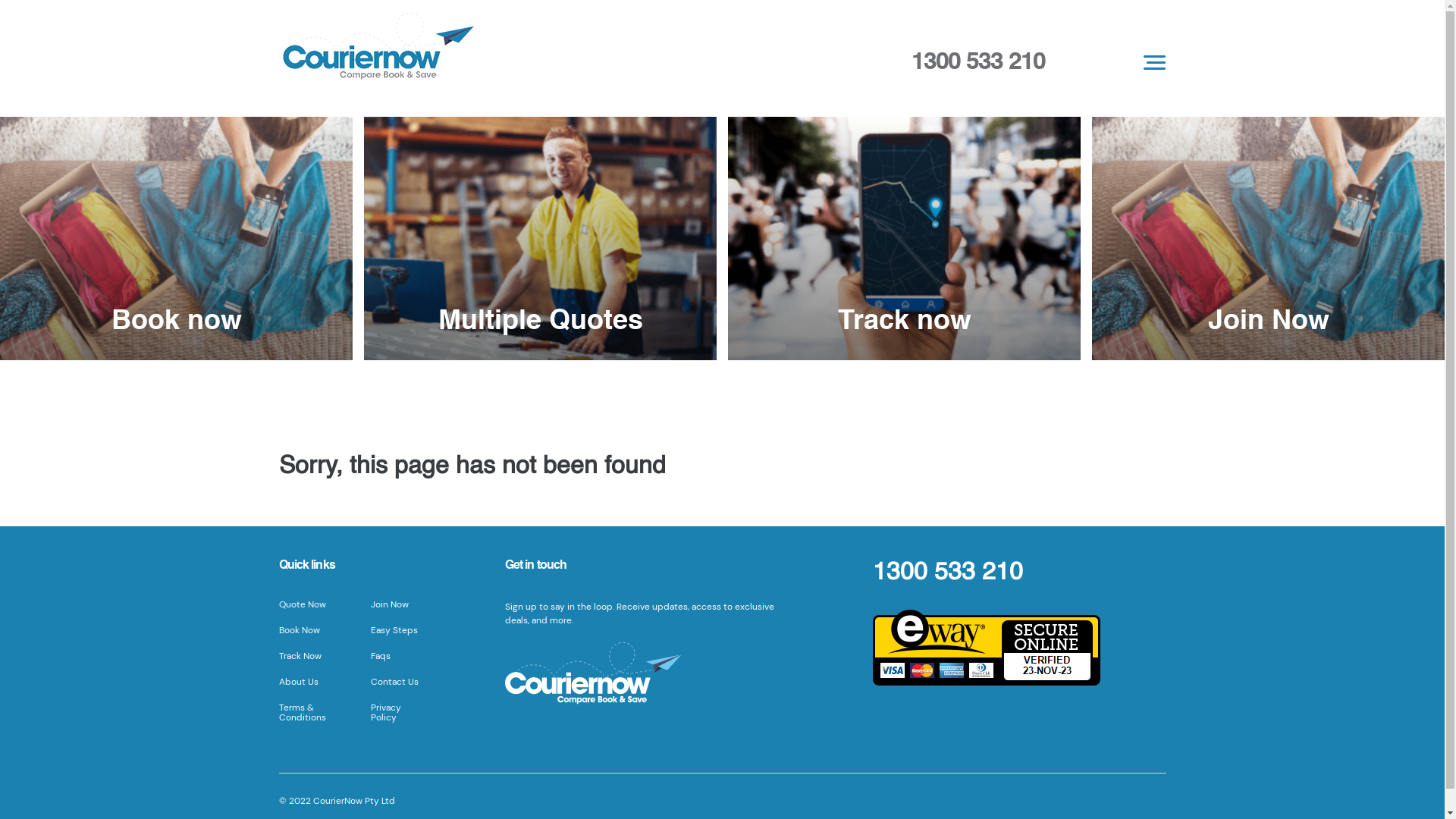 This screenshot has width=1456, height=819. I want to click on 'Easy Steps', so click(394, 629).